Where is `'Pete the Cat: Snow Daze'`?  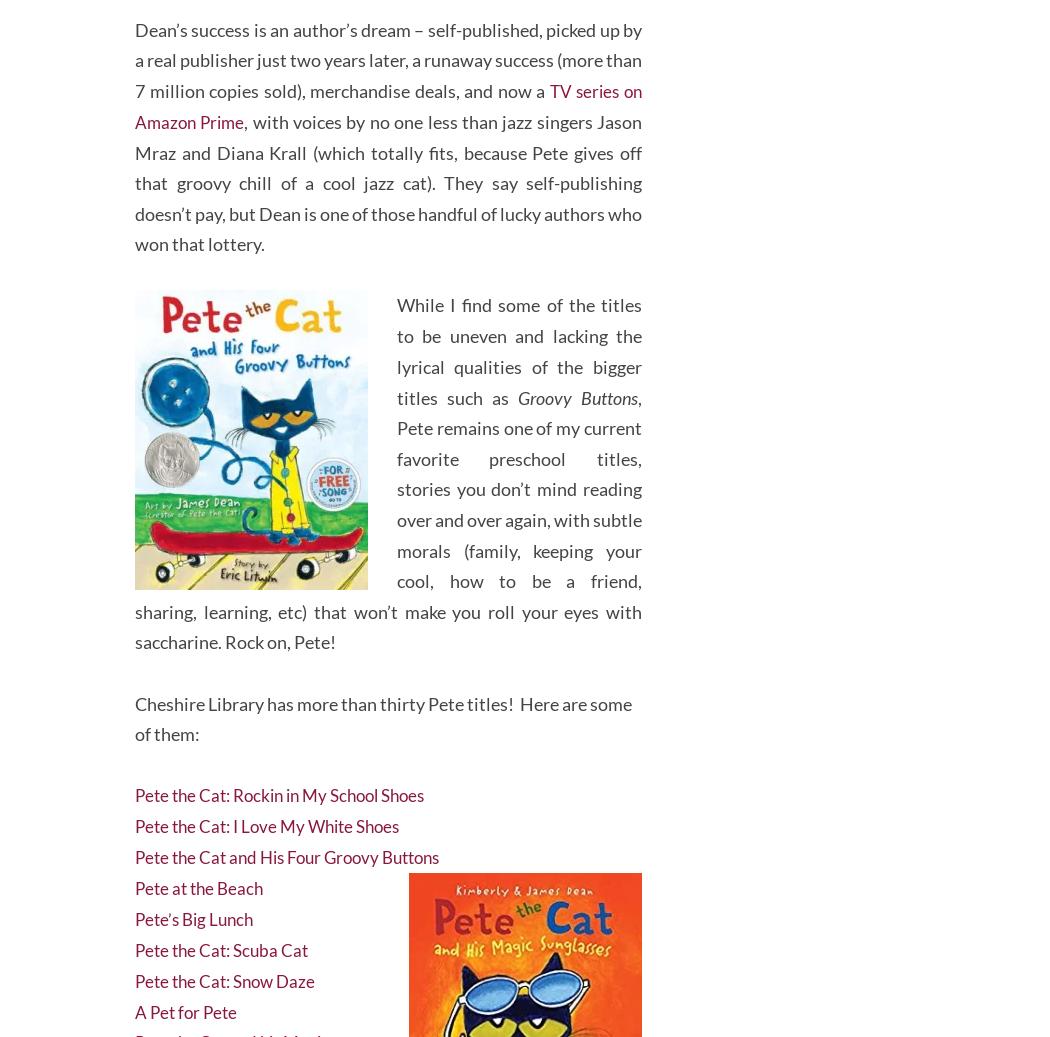
'Pete the Cat: Snow Daze' is located at coordinates (134, 967).